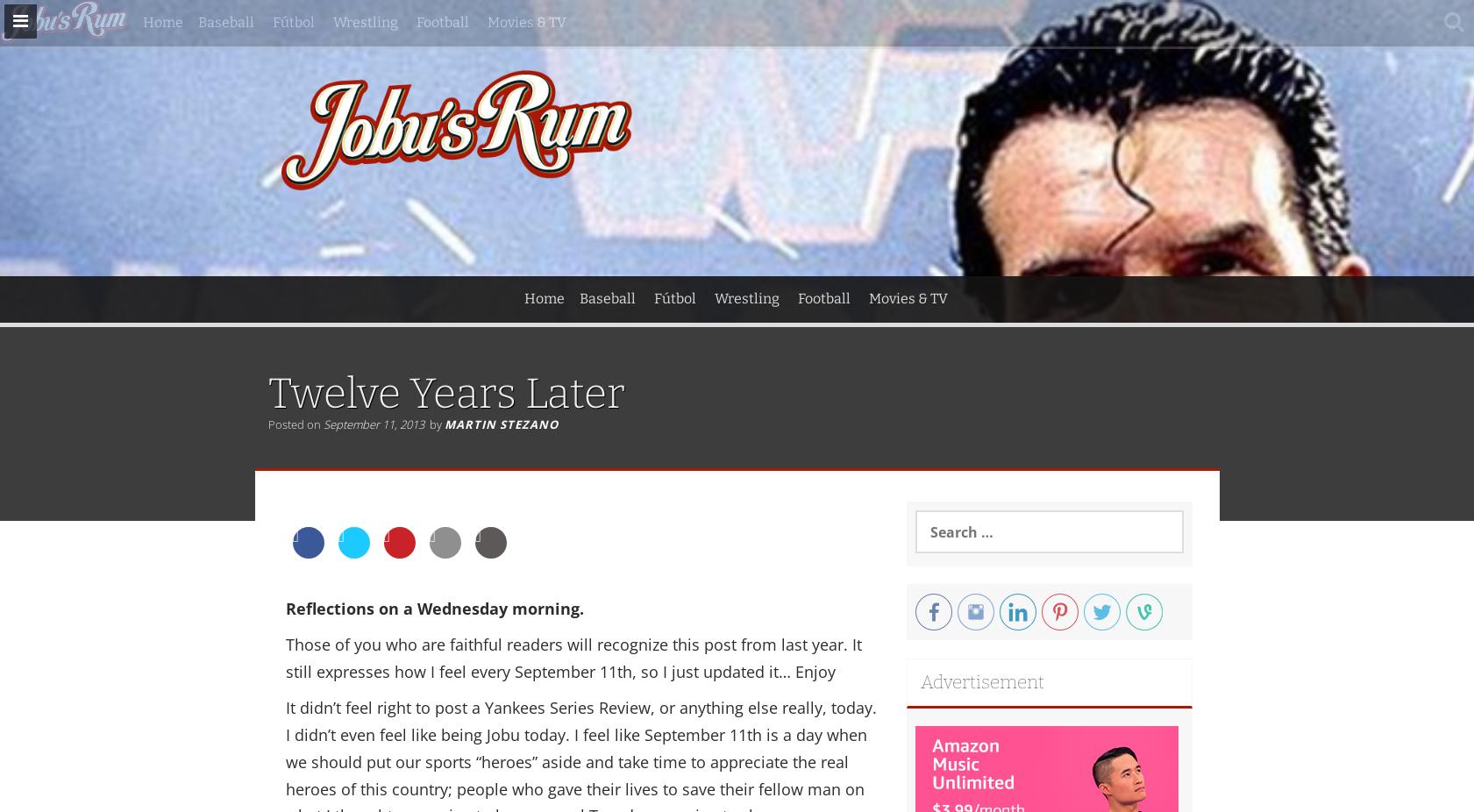  I want to click on 'Advertisement', so click(981, 681).